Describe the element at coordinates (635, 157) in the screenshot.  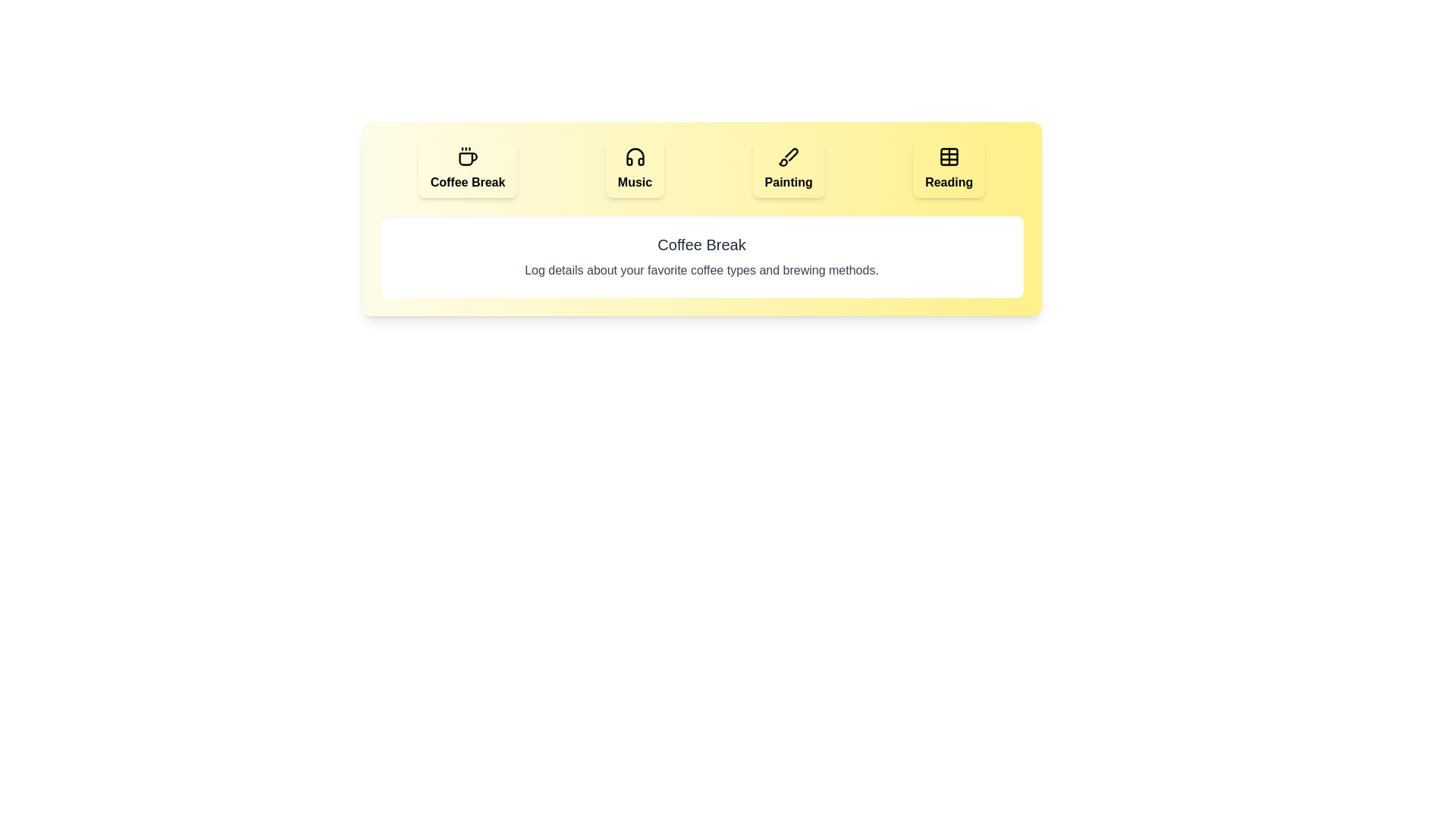
I see `the headphones icon in the navigation bar` at that location.